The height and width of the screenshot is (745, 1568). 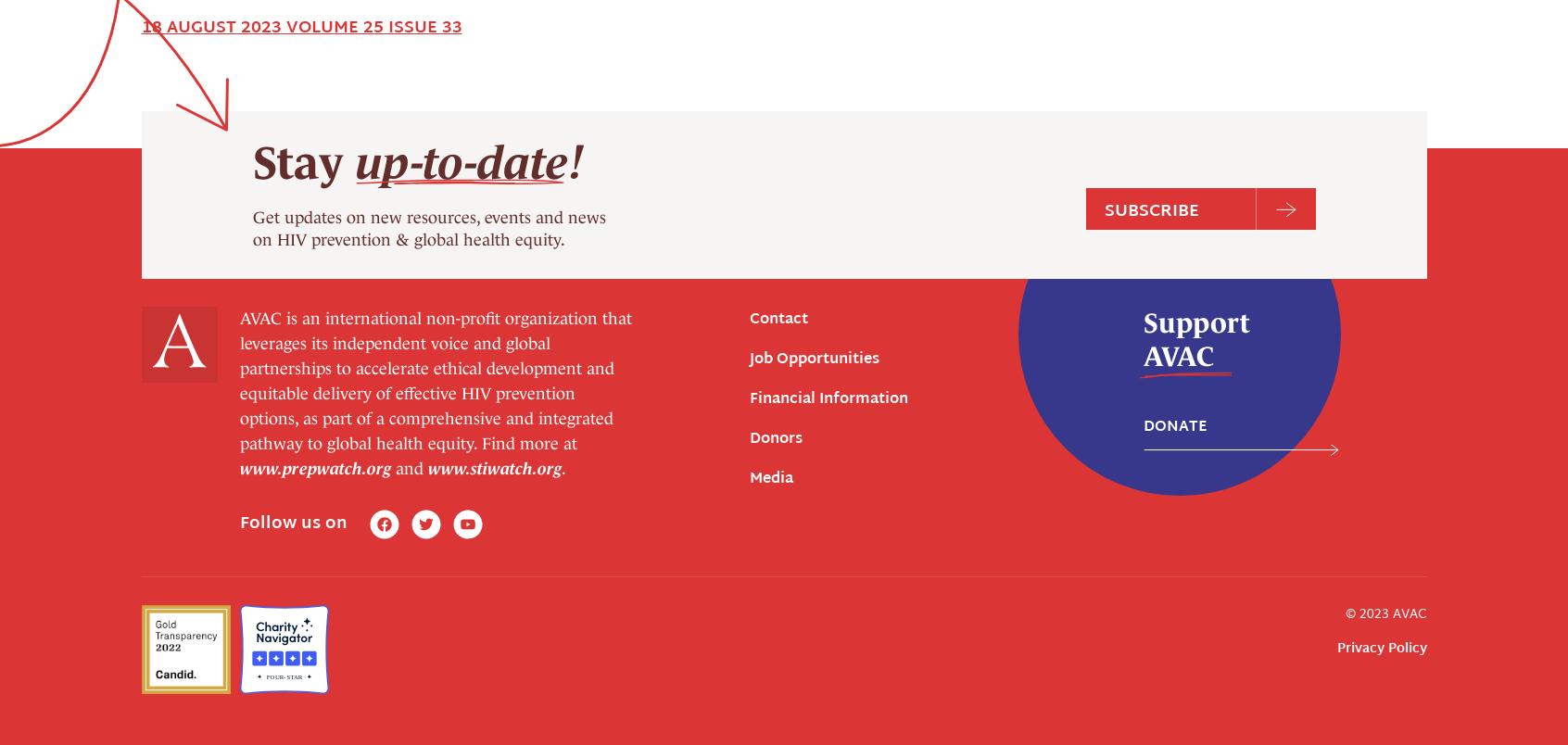 What do you see at coordinates (813, 25) in the screenshot?
I see `'Job Opportunities'` at bounding box center [813, 25].